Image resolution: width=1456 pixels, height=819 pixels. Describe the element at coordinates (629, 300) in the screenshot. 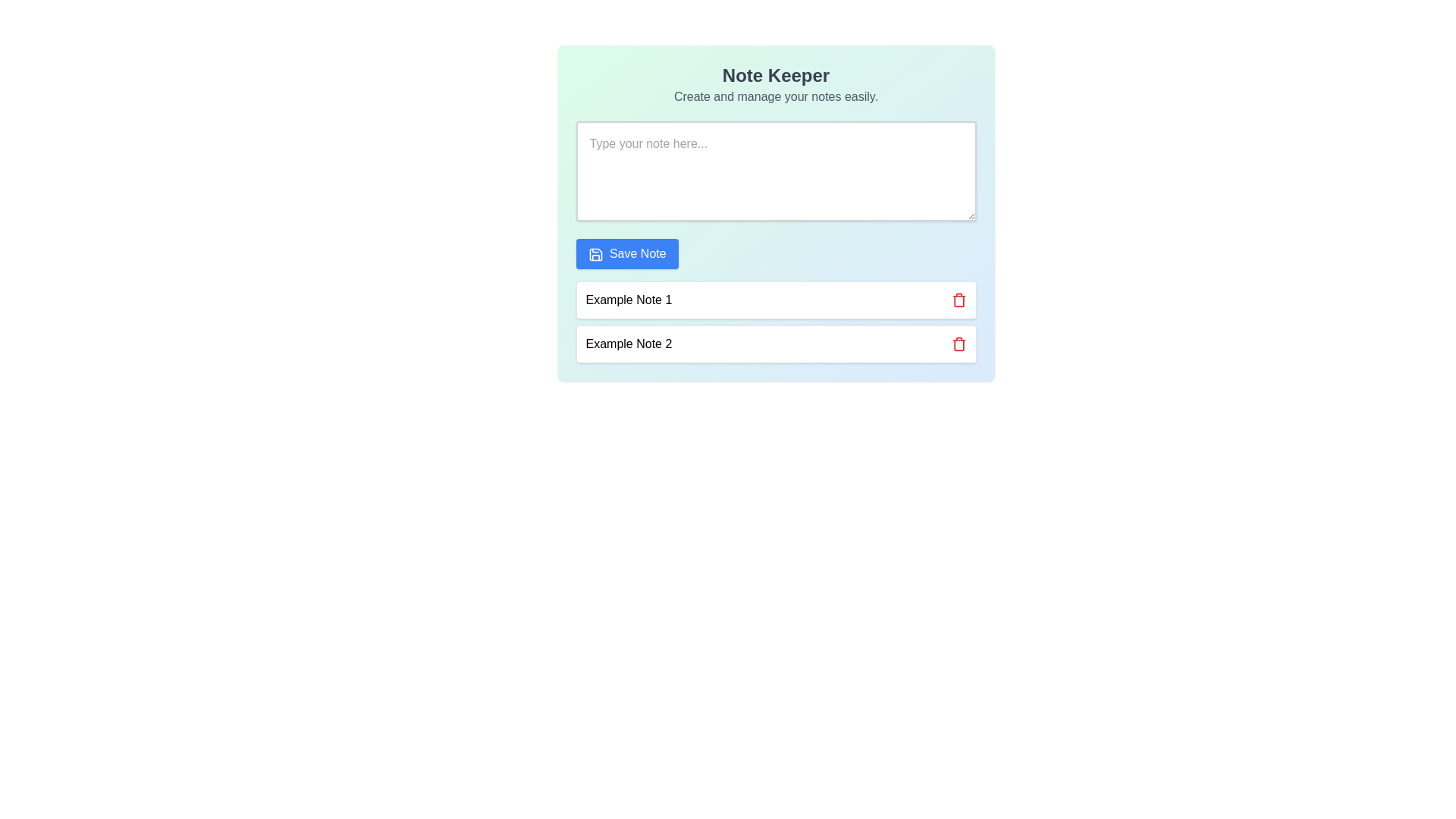

I see `the Text label that displays the title or content of the first note entry in the list of notes` at that location.